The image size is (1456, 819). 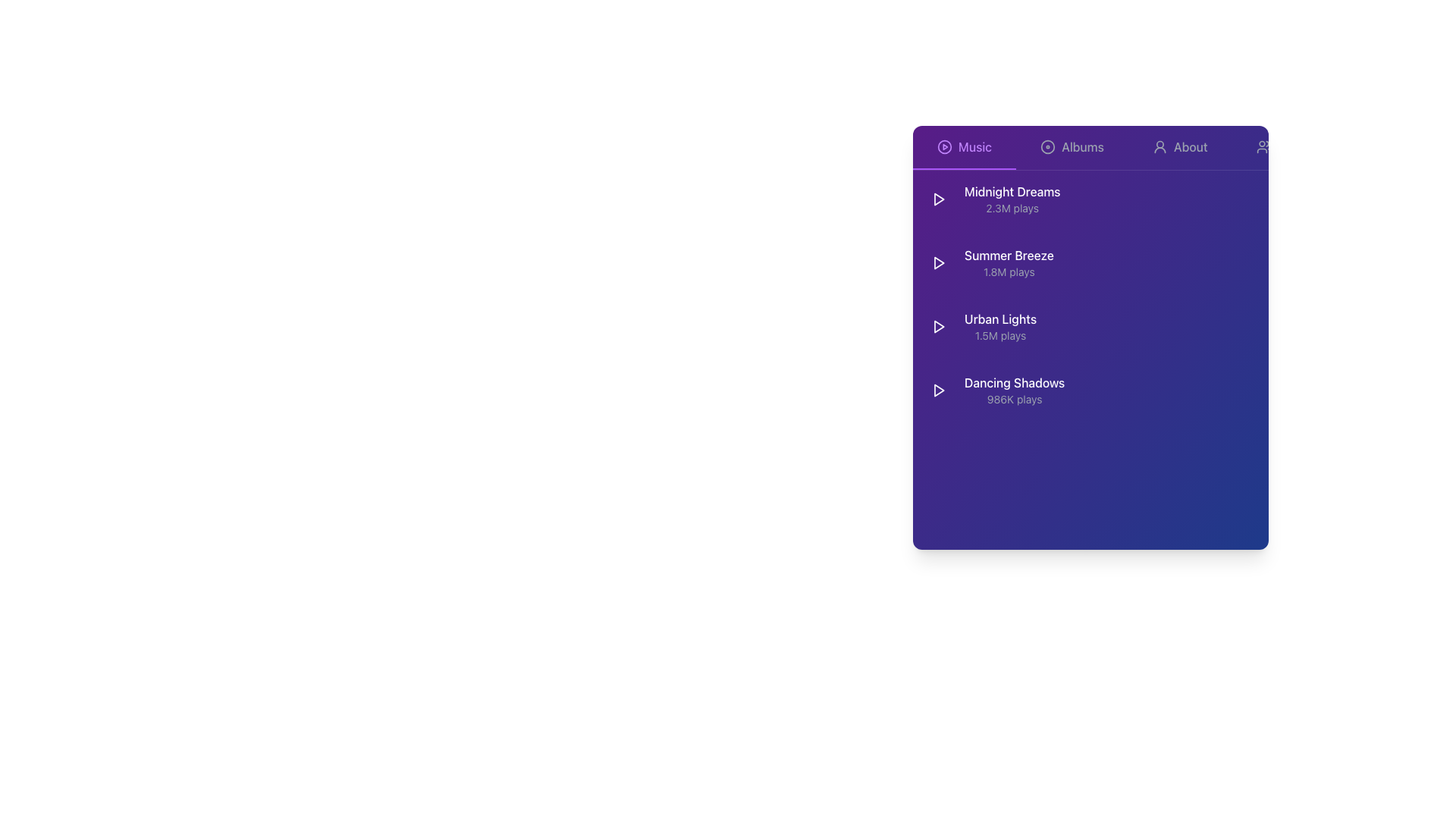 What do you see at coordinates (1009, 262) in the screenshot?
I see `the Text Label displaying 'Summer Breeze' which is located in the sidebar, positioned between 'Midnight Dreams' and 'Urban Lights'` at bounding box center [1009, 262].